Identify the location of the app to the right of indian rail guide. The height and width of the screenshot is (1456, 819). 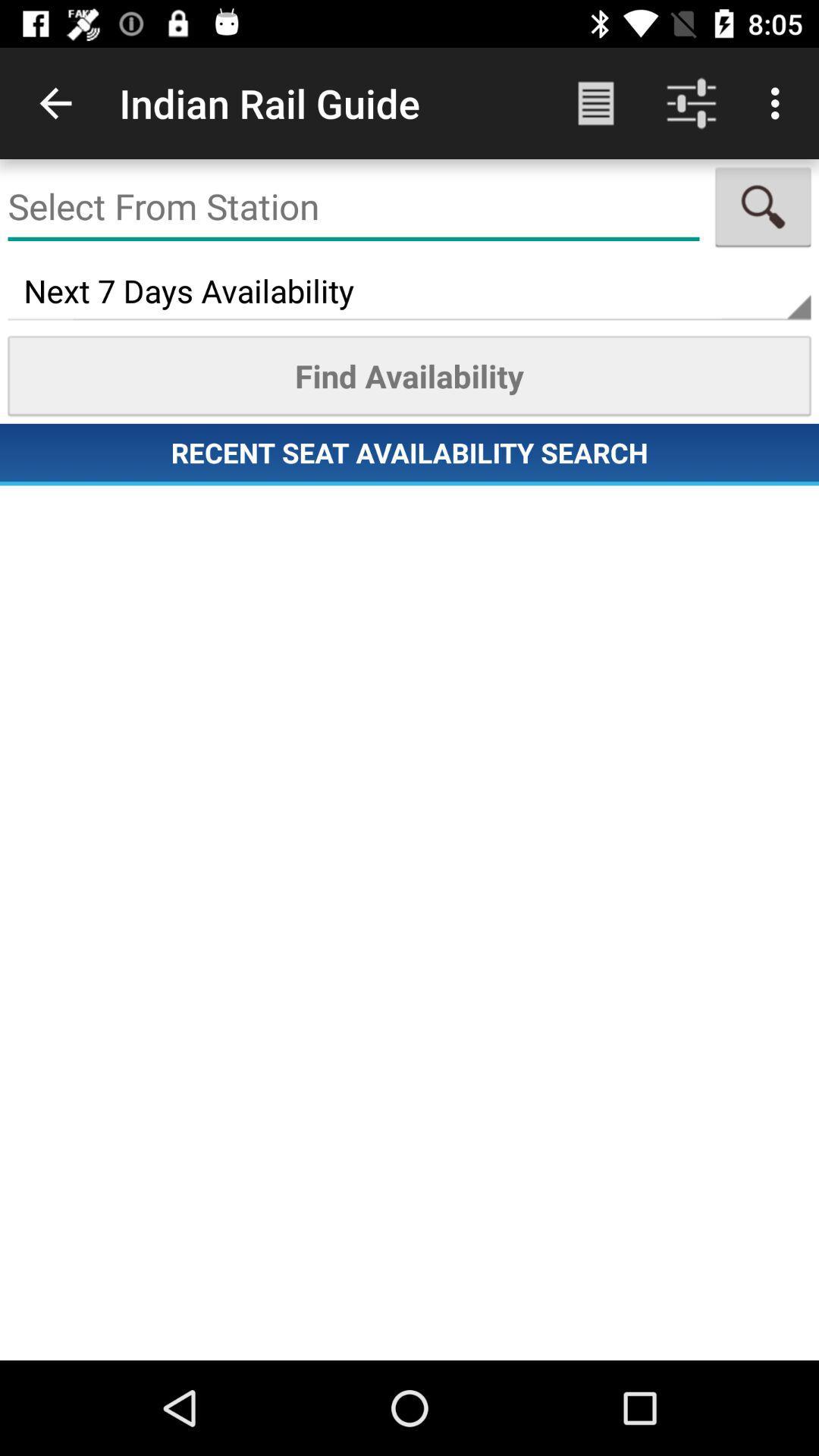
(595, 102).